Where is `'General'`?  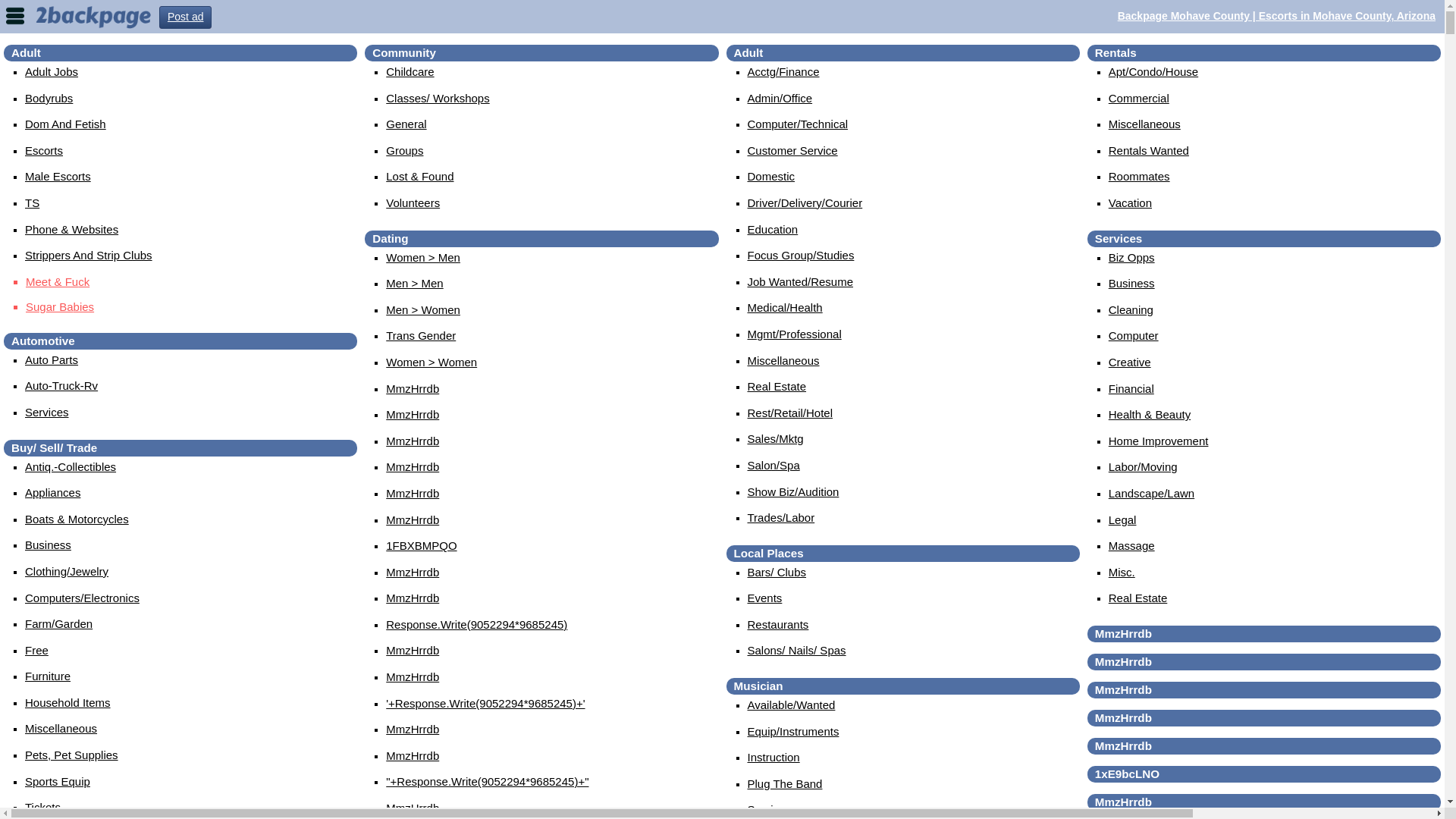
'General' is located at coordinates (385, 123).